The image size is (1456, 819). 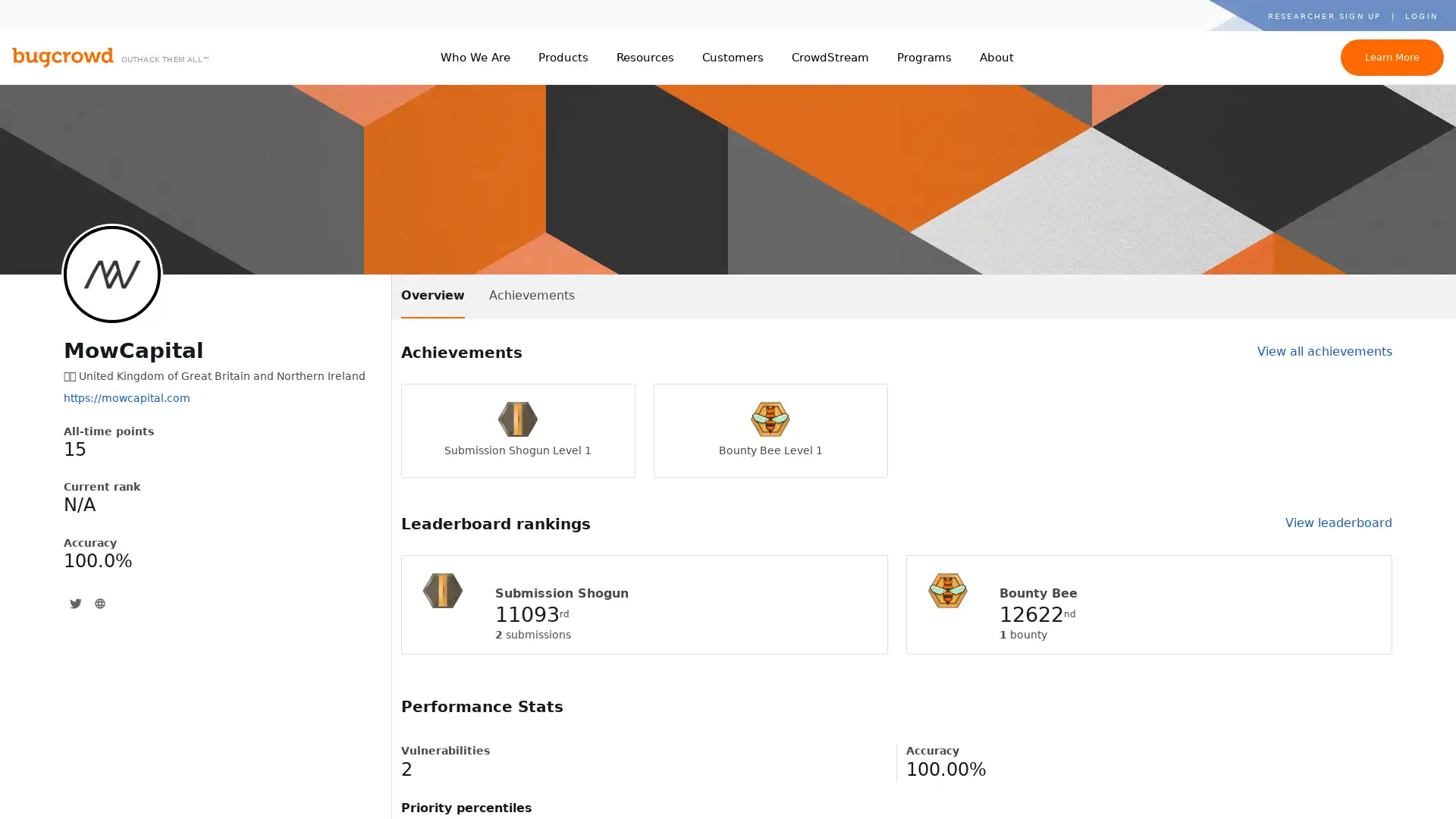 I want to click on Submission Shogun Level 1 Submission Shogun Level 1, so click(x=517, y=430).